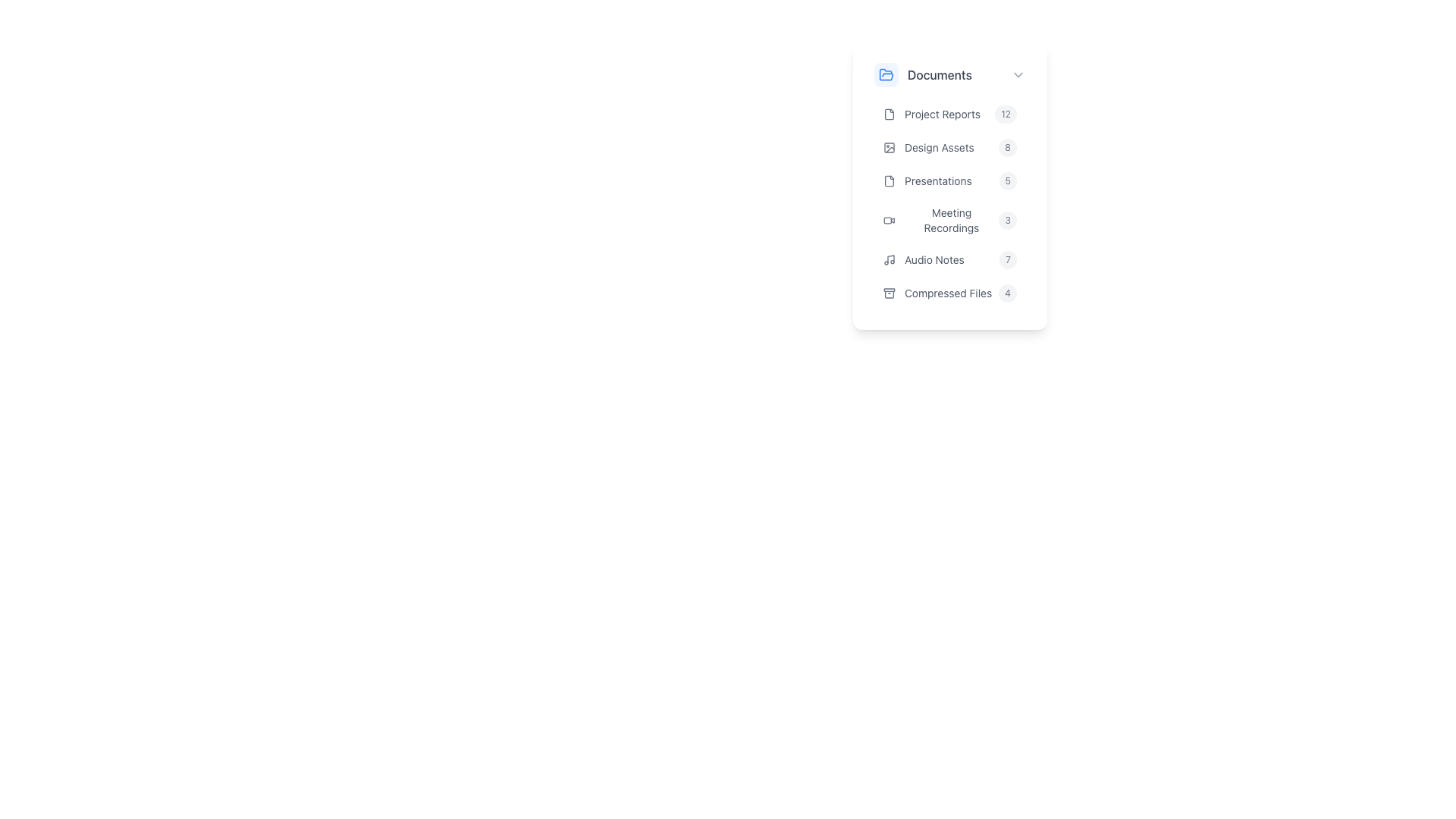 The width and height of the screenshot is (1456, 819). I want to click on the 'Compressed Files' list item in the 'Documents' dropdown, so click(949, 293).